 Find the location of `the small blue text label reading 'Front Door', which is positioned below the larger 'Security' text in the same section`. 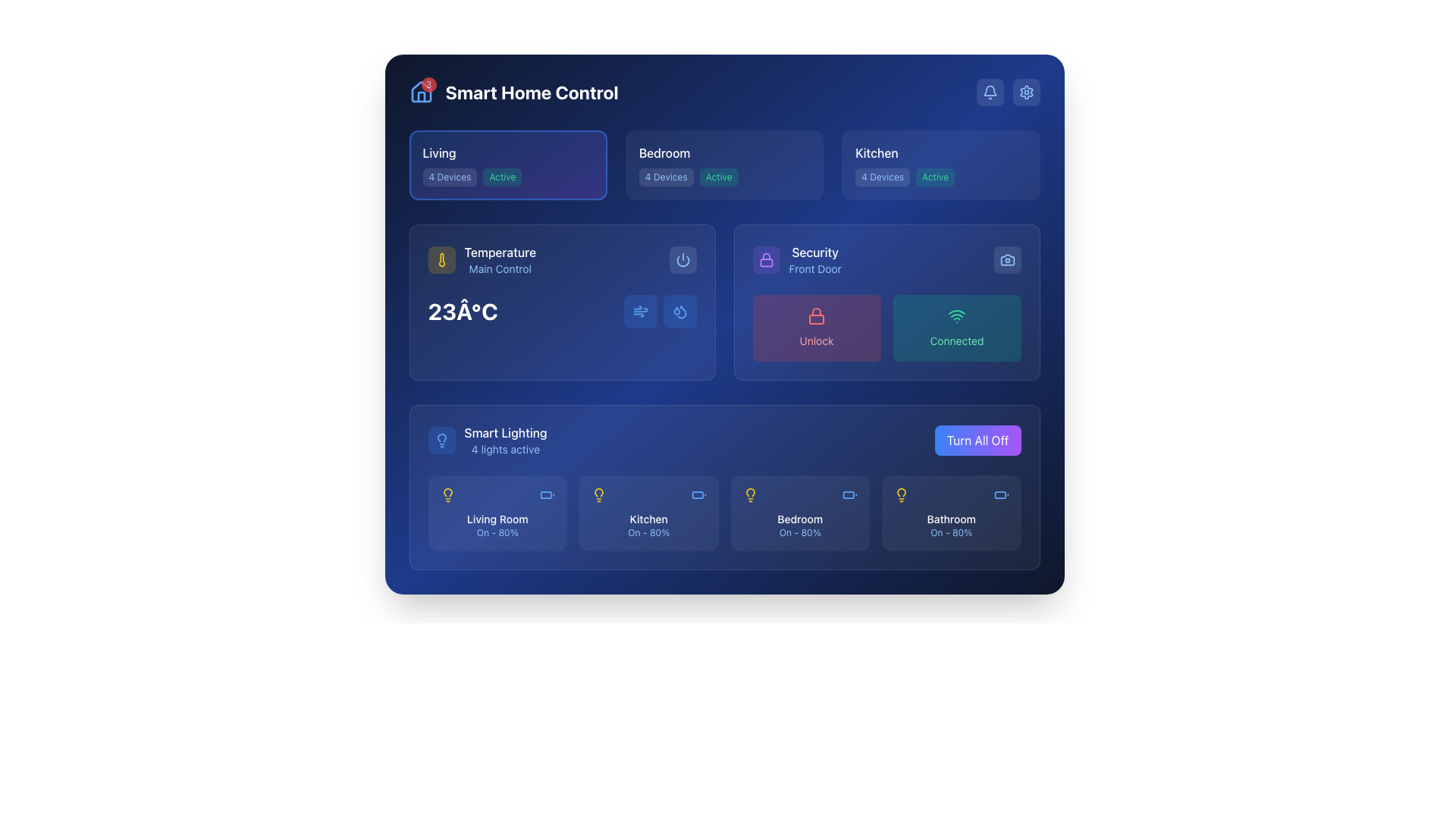

the small blue text label reading 'Front Door', which is positioned below the larger 'Security' text in the same section is located at coordinates (814, 268).